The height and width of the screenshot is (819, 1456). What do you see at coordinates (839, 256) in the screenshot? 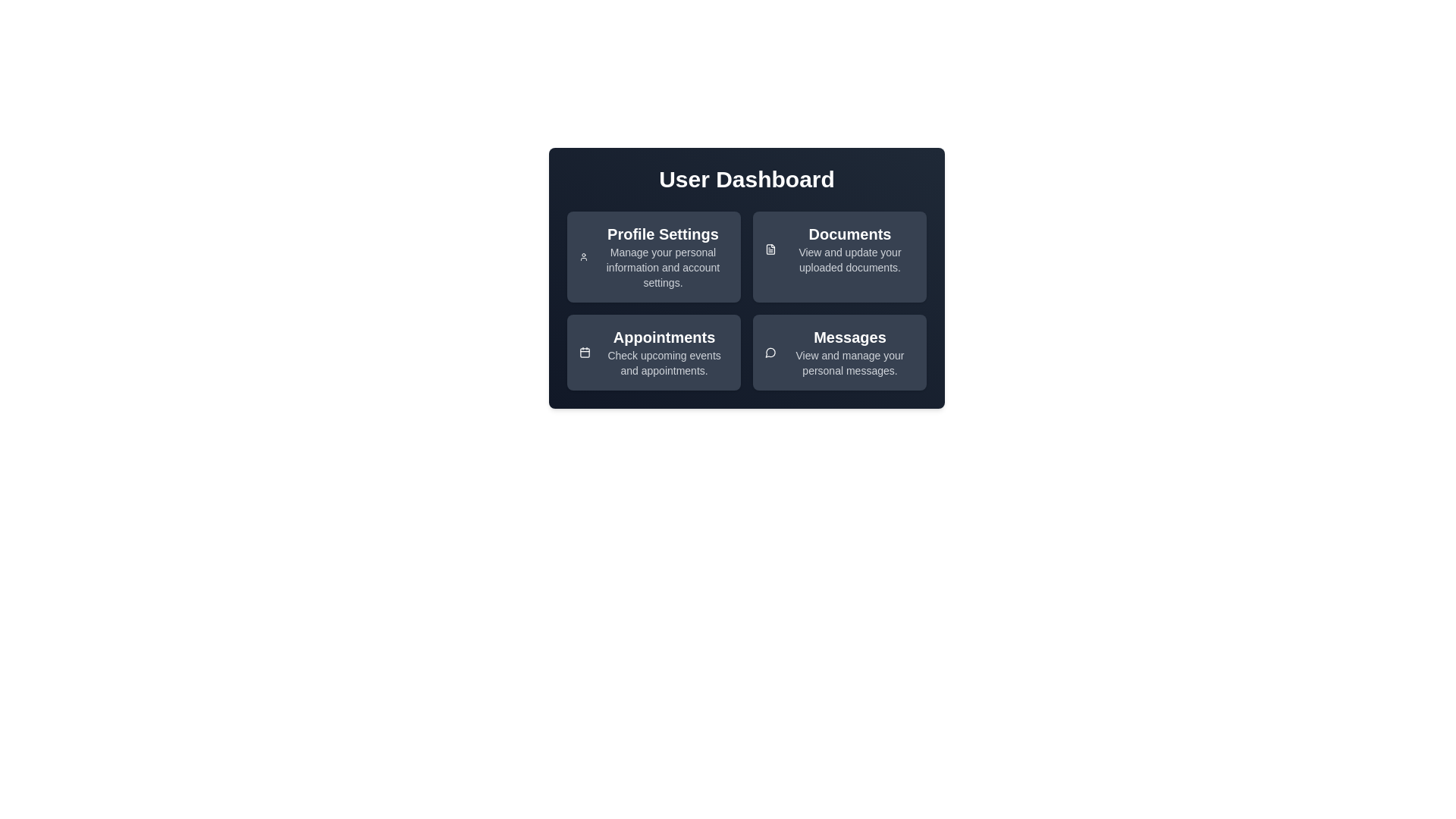
I see `the card titled 'Documents'` at bounding box center [839, 256].